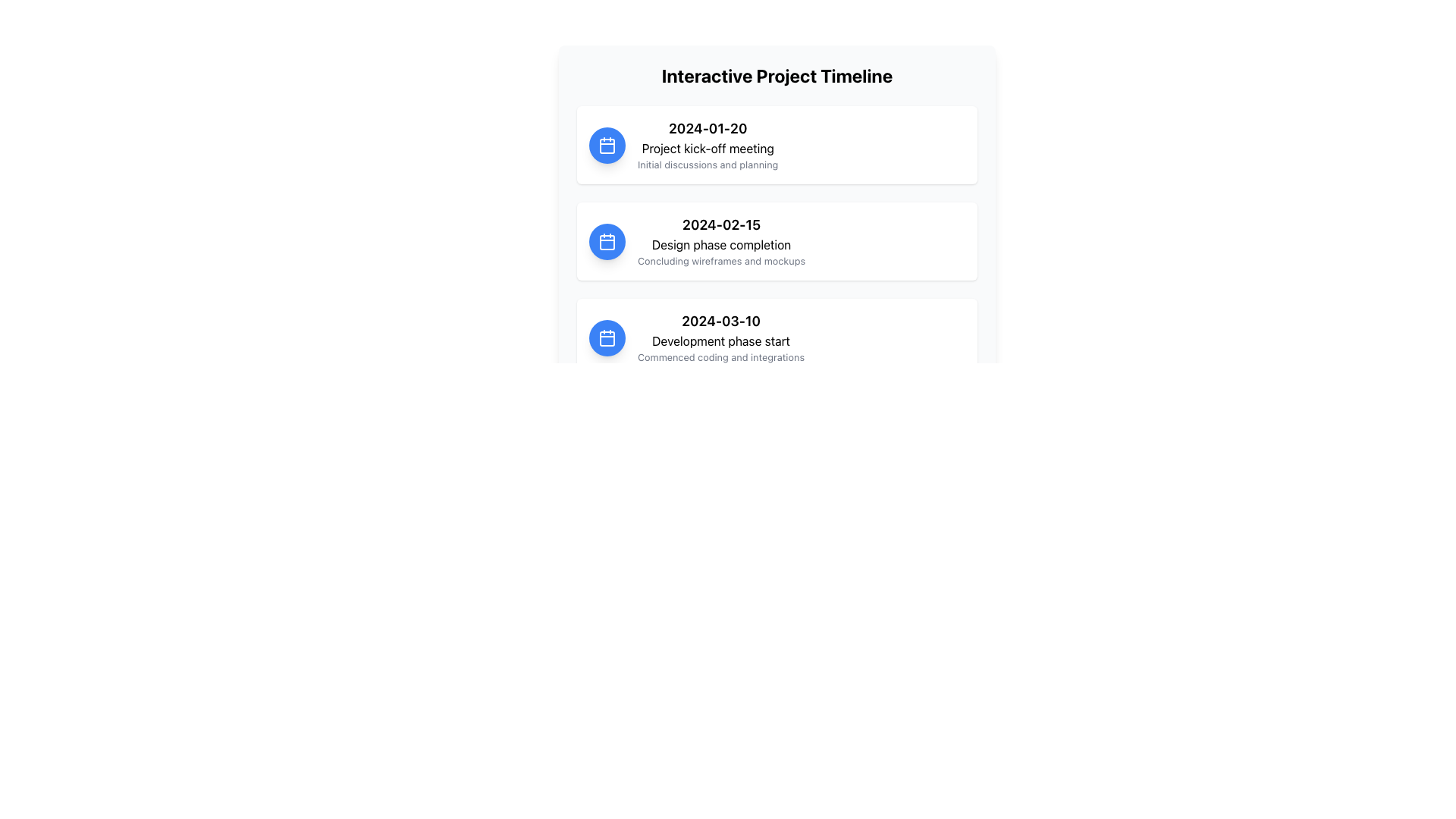  I want to click on the text label that reads 'Concluding wireframes and mockups', which is styled in a smaller, lighter, gray font and is positioned below 'Design phase completion', so click(720, 260).